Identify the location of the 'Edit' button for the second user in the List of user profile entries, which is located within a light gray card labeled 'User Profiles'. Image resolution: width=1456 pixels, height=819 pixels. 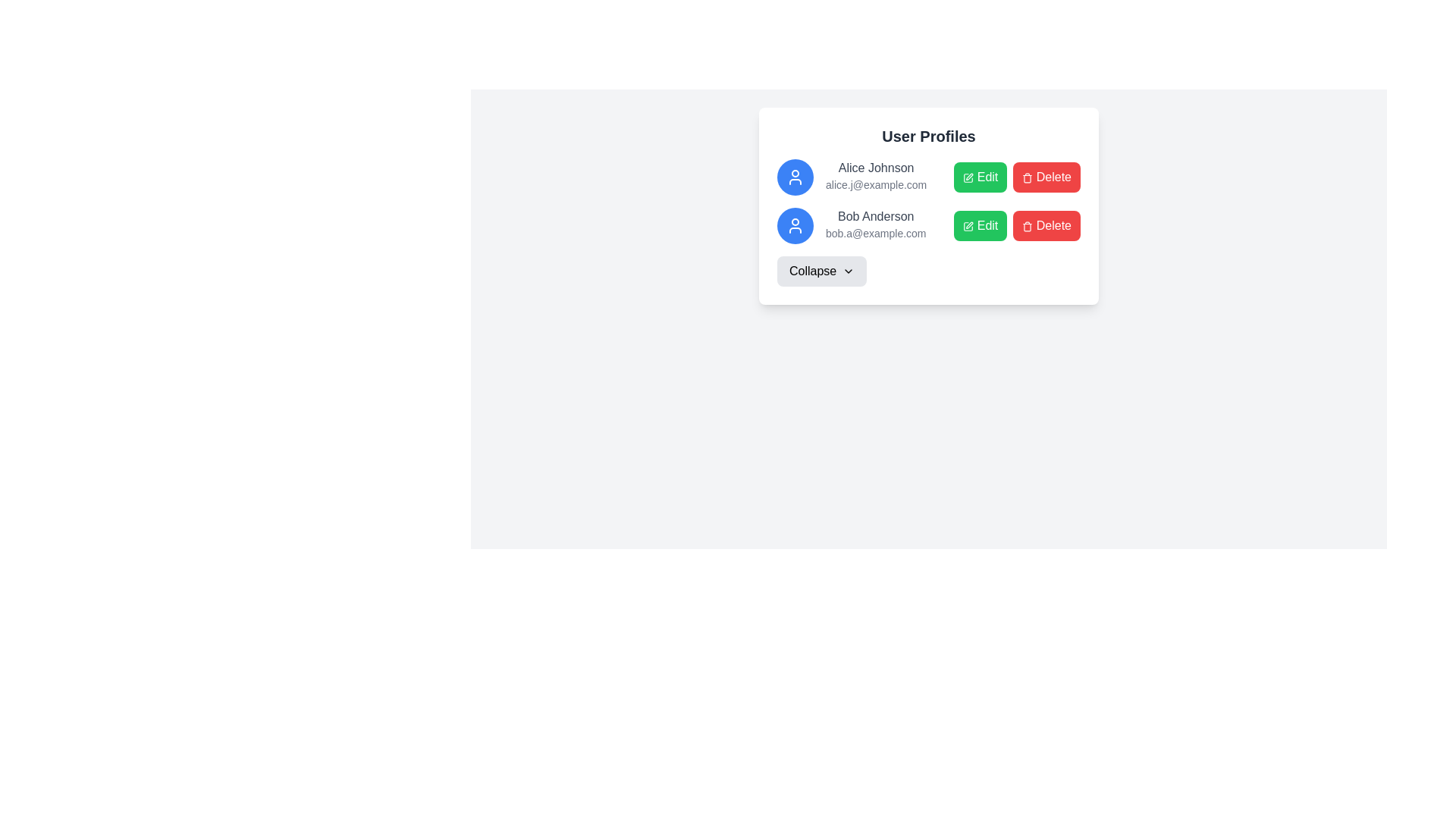
(927, 201).